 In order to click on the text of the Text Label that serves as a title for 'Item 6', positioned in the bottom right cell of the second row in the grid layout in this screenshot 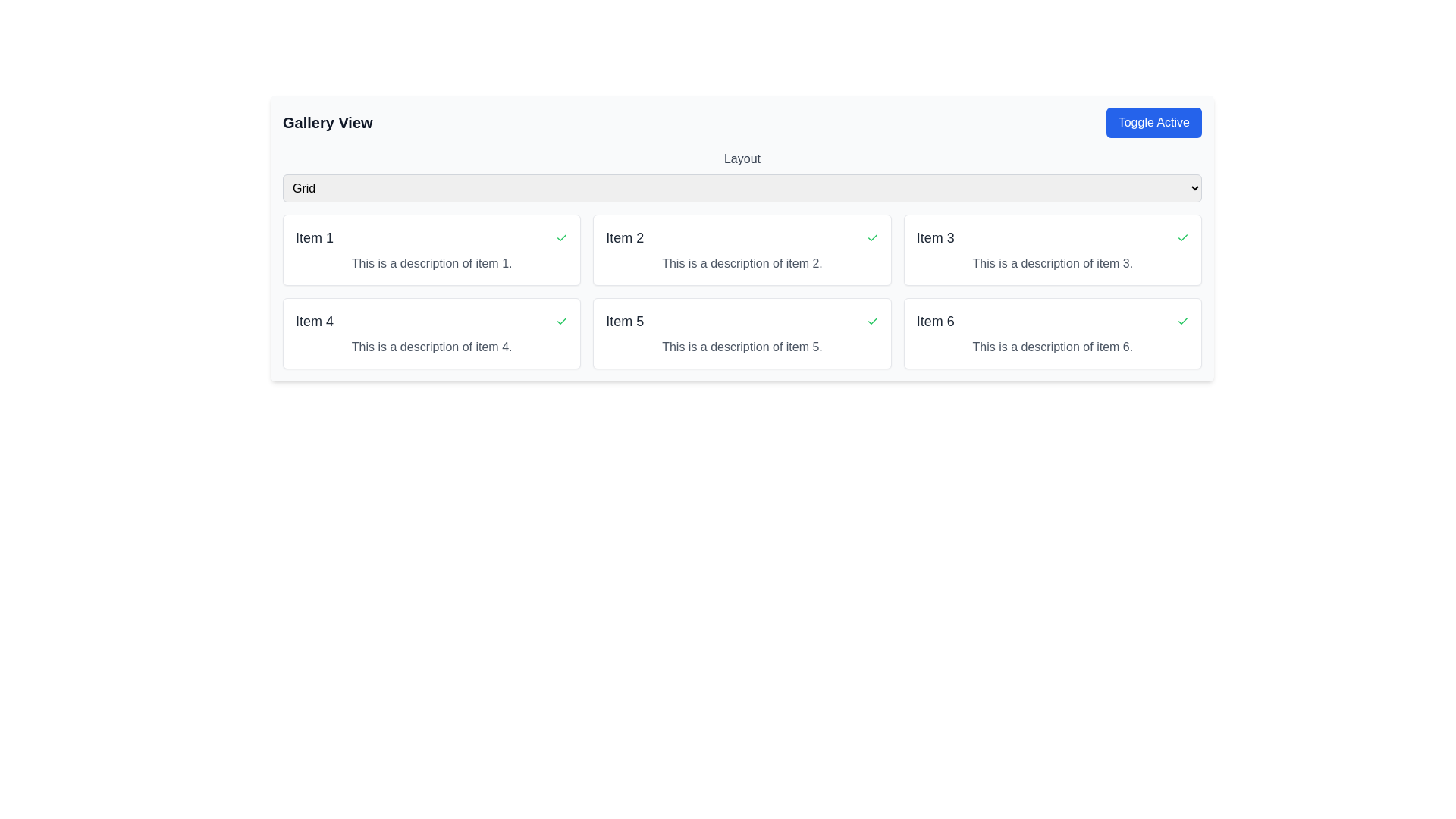, I will do `click(934, 321)`.